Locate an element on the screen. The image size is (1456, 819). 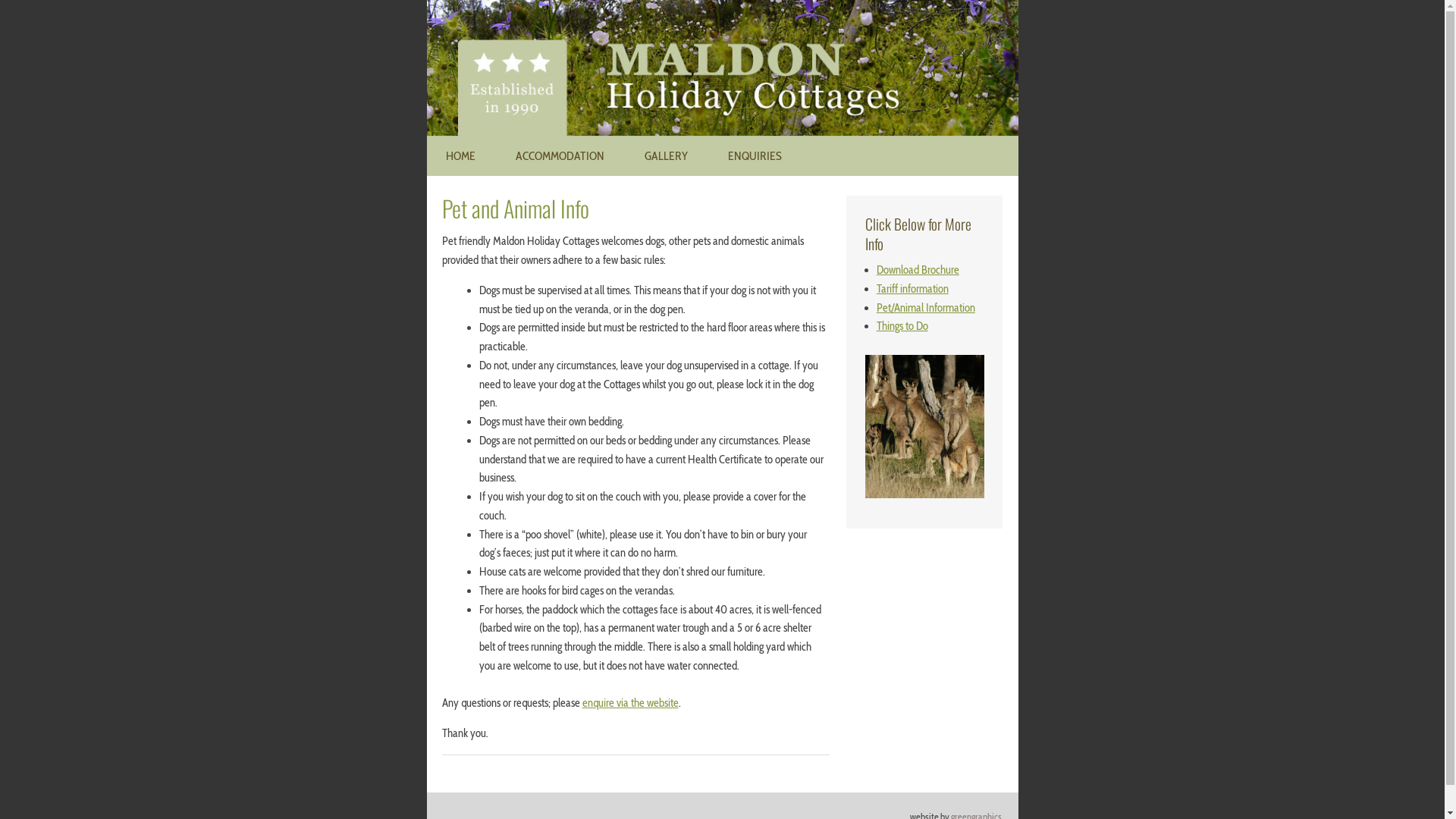
'ACCOMMODATION' is located at coordinates (495, 155).